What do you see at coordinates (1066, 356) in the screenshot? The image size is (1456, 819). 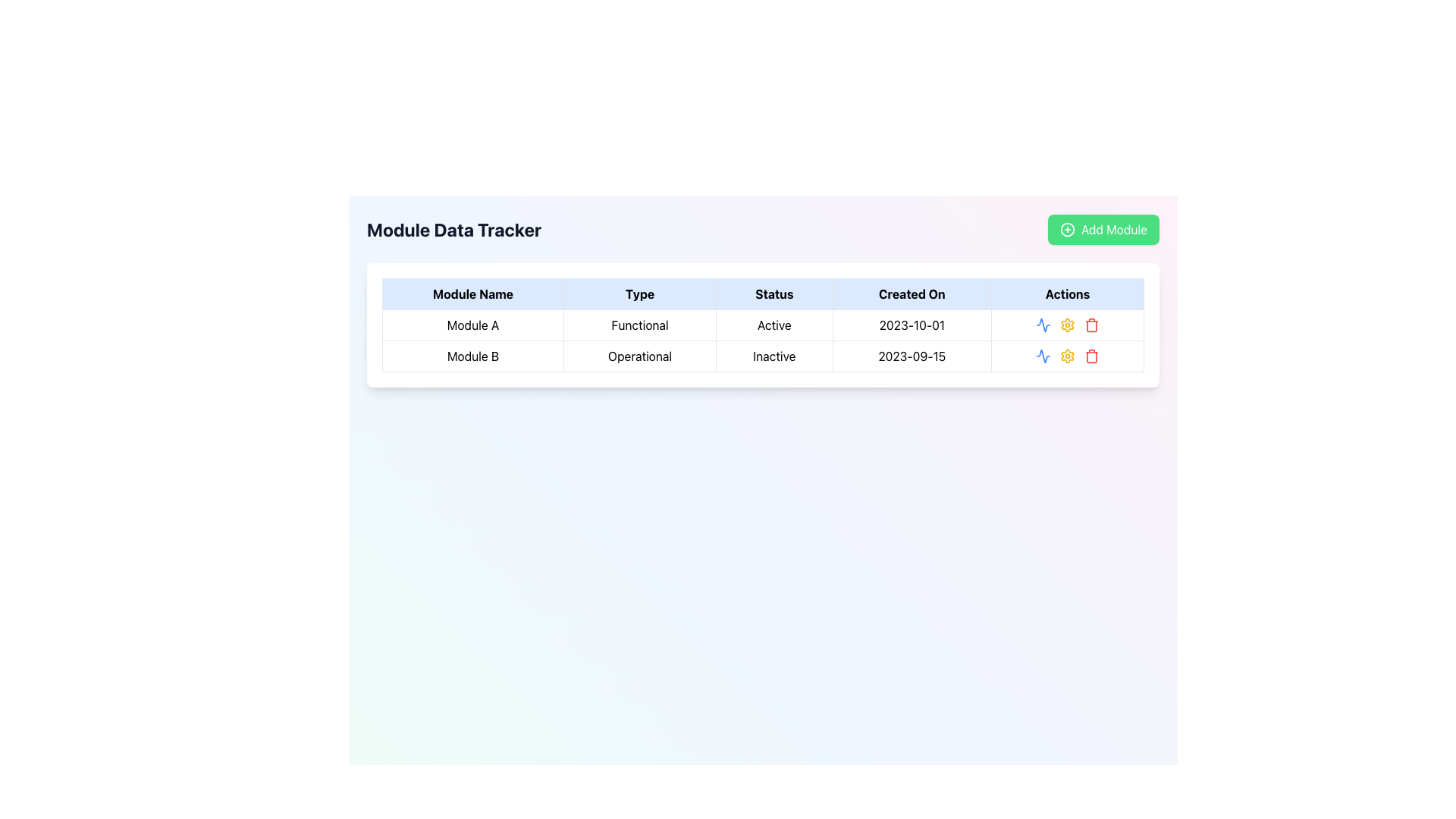 I see `the gear icon representing settings in the Actions column of the second row in the Module Data Tracker table` at bounding box center [1066, 356].